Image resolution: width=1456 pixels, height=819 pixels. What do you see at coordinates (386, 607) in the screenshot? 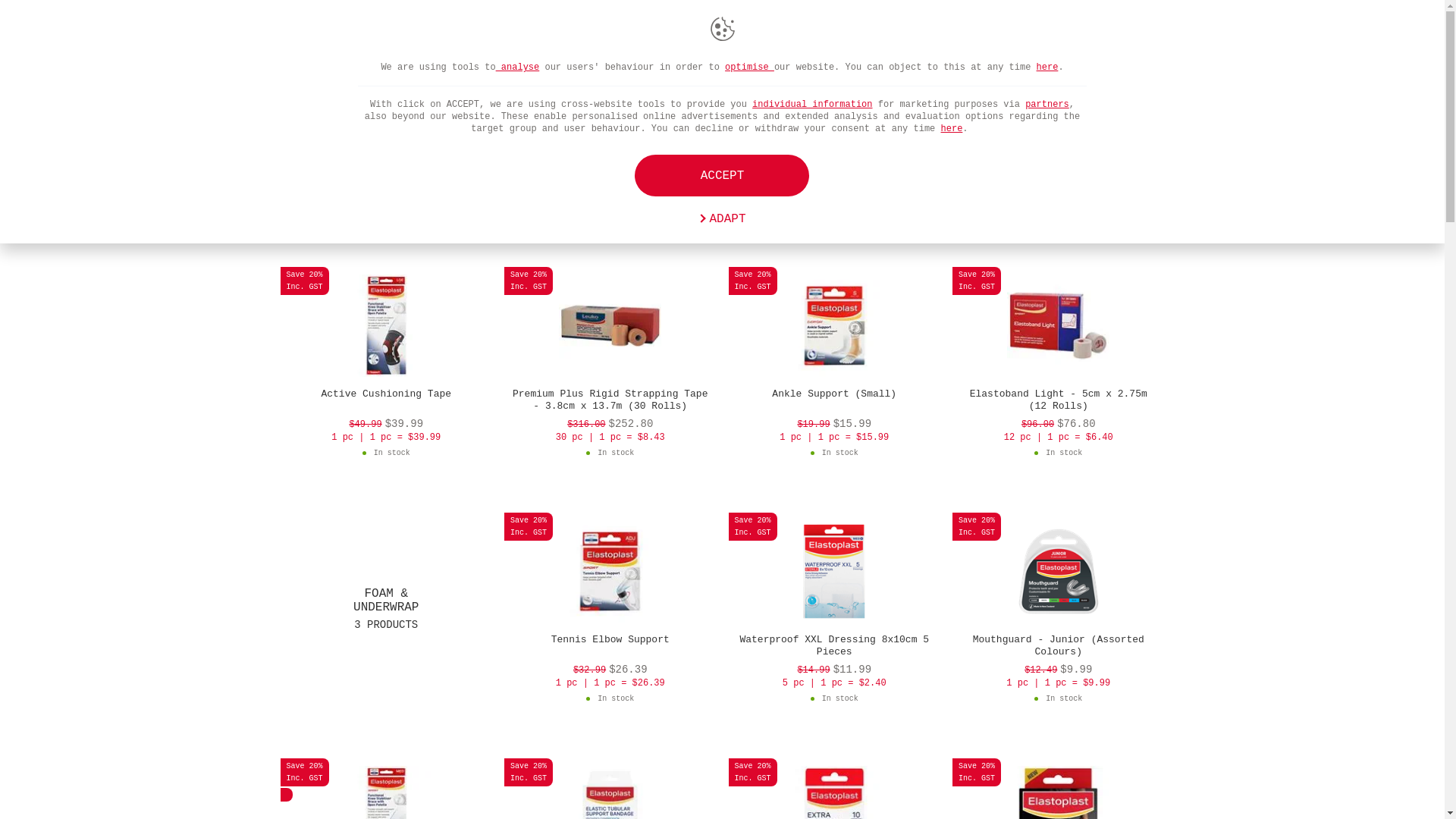
I see `'FOAM & UNDERWRAP` at bounding box center [386, 607].